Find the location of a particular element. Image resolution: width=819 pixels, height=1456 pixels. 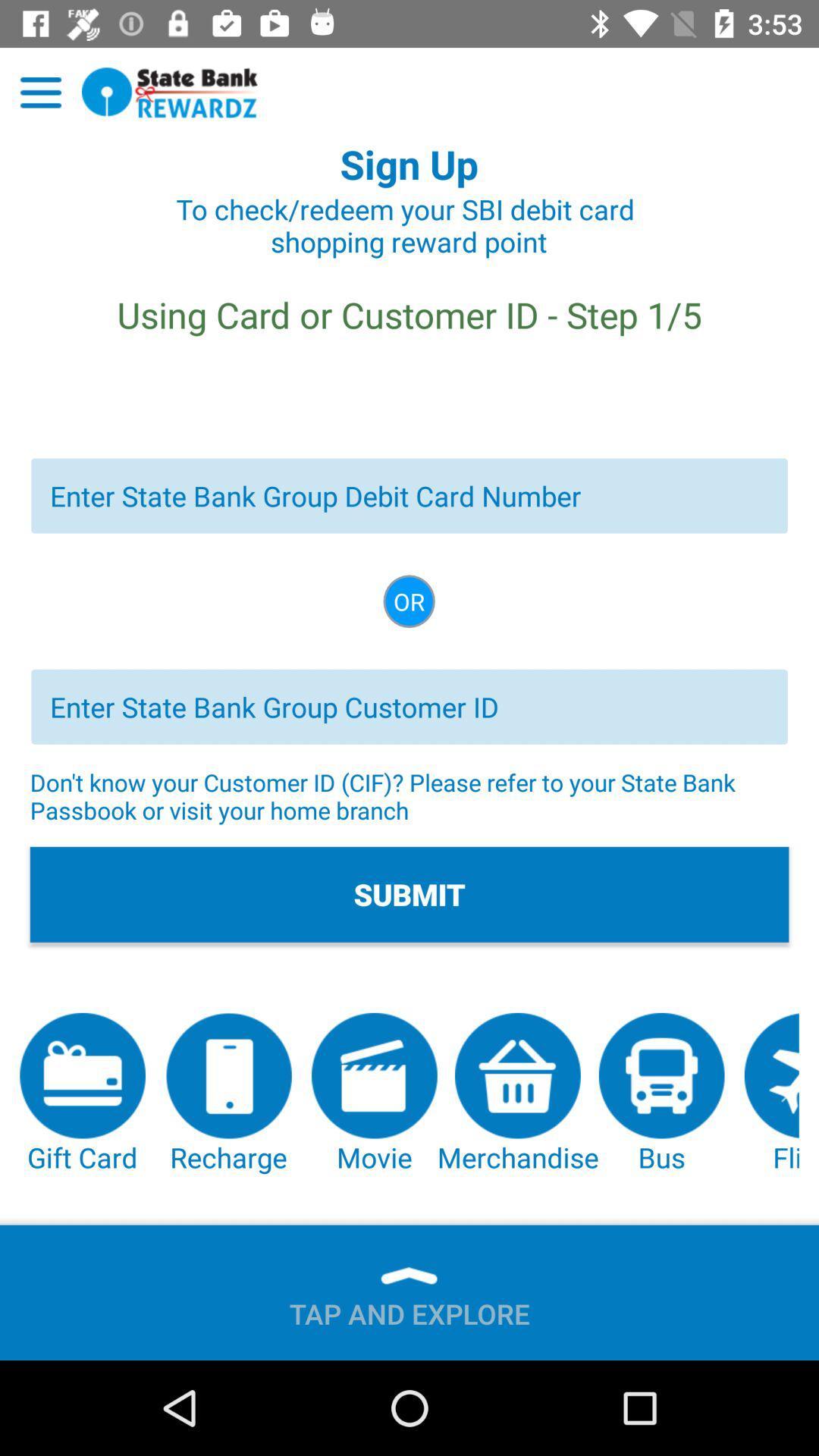

the button above tap and explore icon is located at coordinates (228, 1094).